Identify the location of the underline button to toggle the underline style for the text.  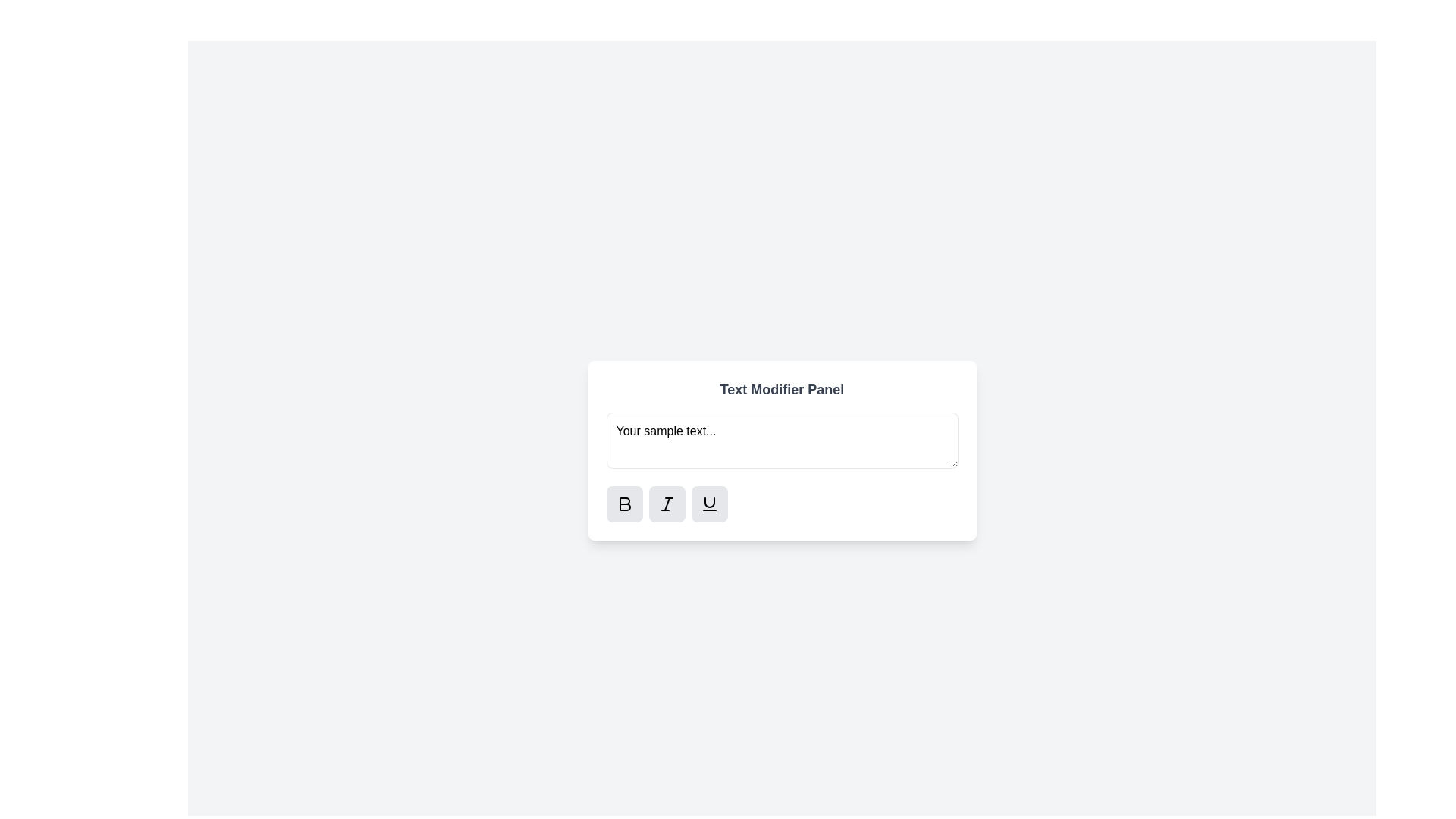
(708, 504).